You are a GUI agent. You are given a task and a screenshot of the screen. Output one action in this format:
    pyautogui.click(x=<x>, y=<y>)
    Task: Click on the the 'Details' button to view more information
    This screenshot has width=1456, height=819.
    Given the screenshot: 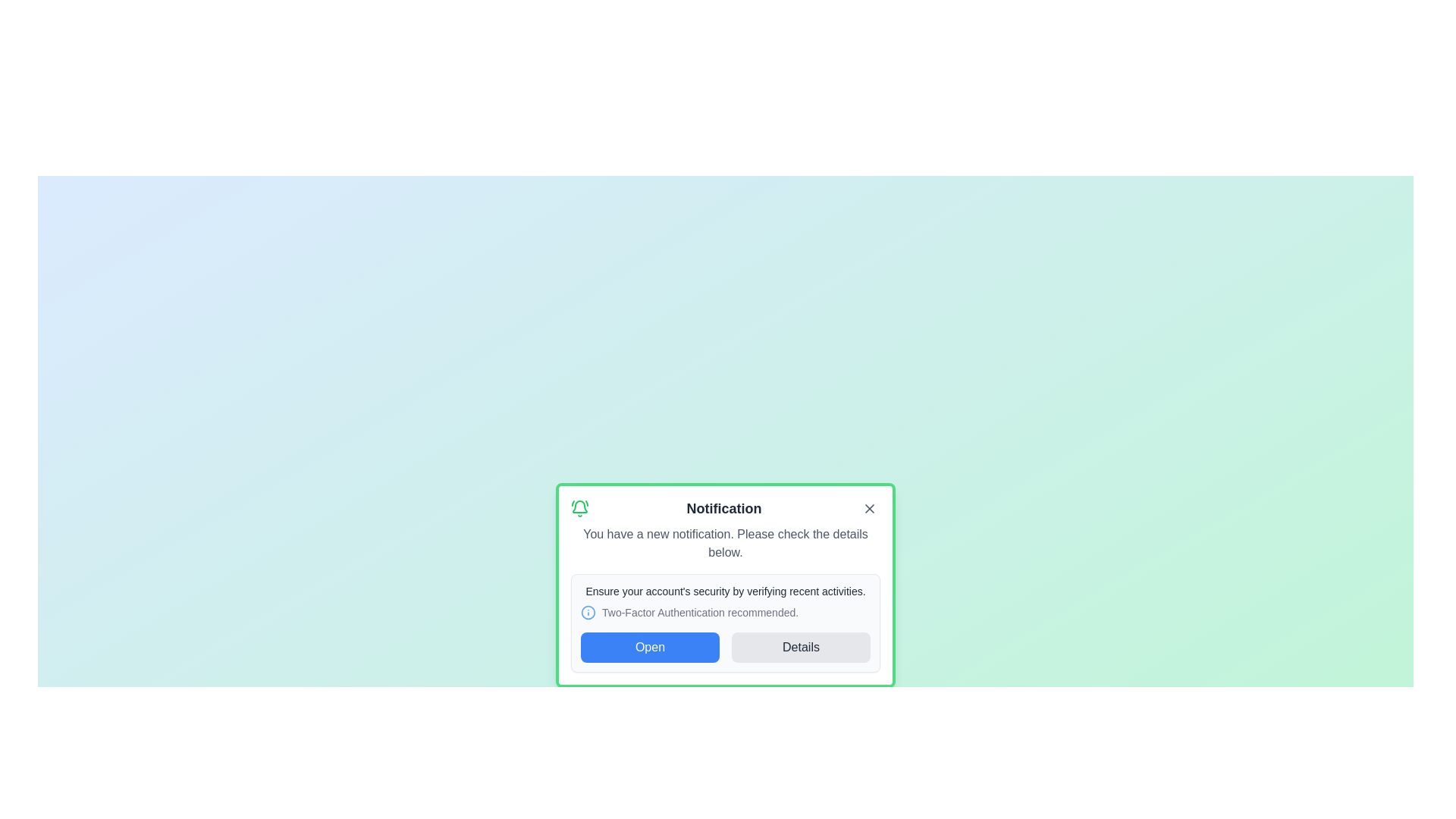 What is the action you would take?
    pyautogui.click(x=800, y=647)
    